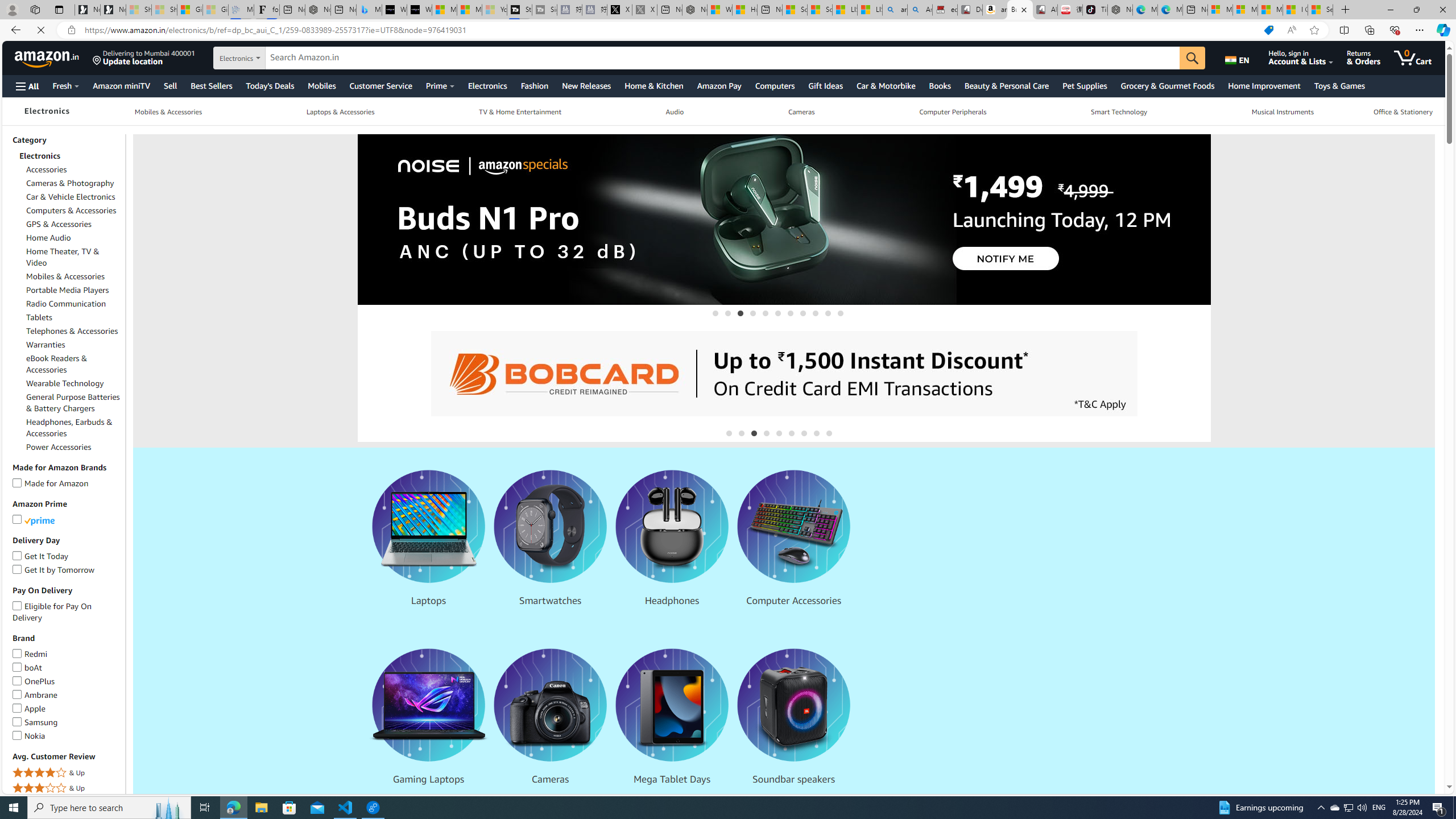 The image size is (1456, 819). I want to click on 'amazon.in/dp/B0CX59H5W7/?tag=gsmcom05-21', so click(994, 9).